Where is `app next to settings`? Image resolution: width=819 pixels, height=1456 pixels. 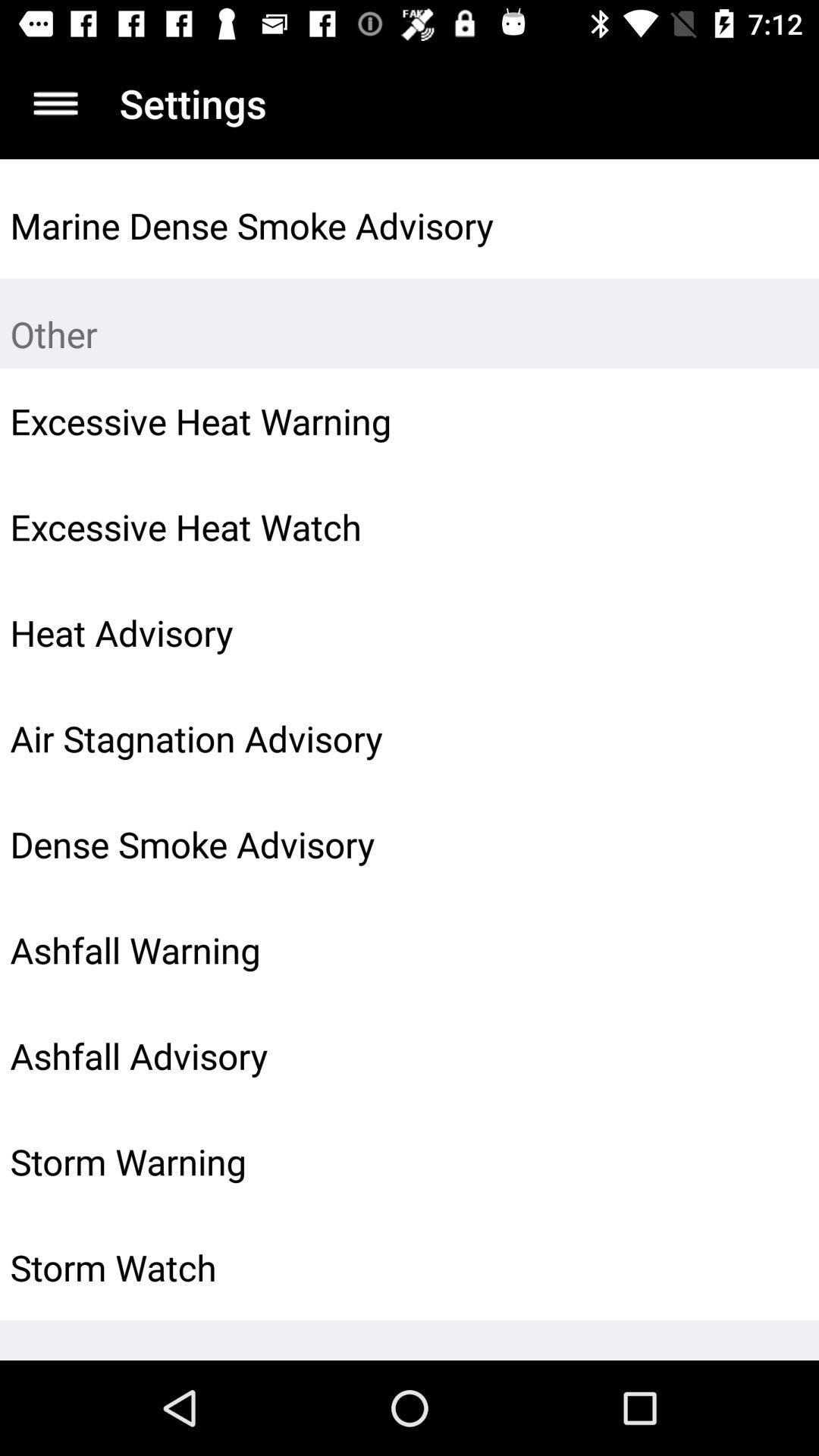 app next to settings is located at coordinates (55, 102).